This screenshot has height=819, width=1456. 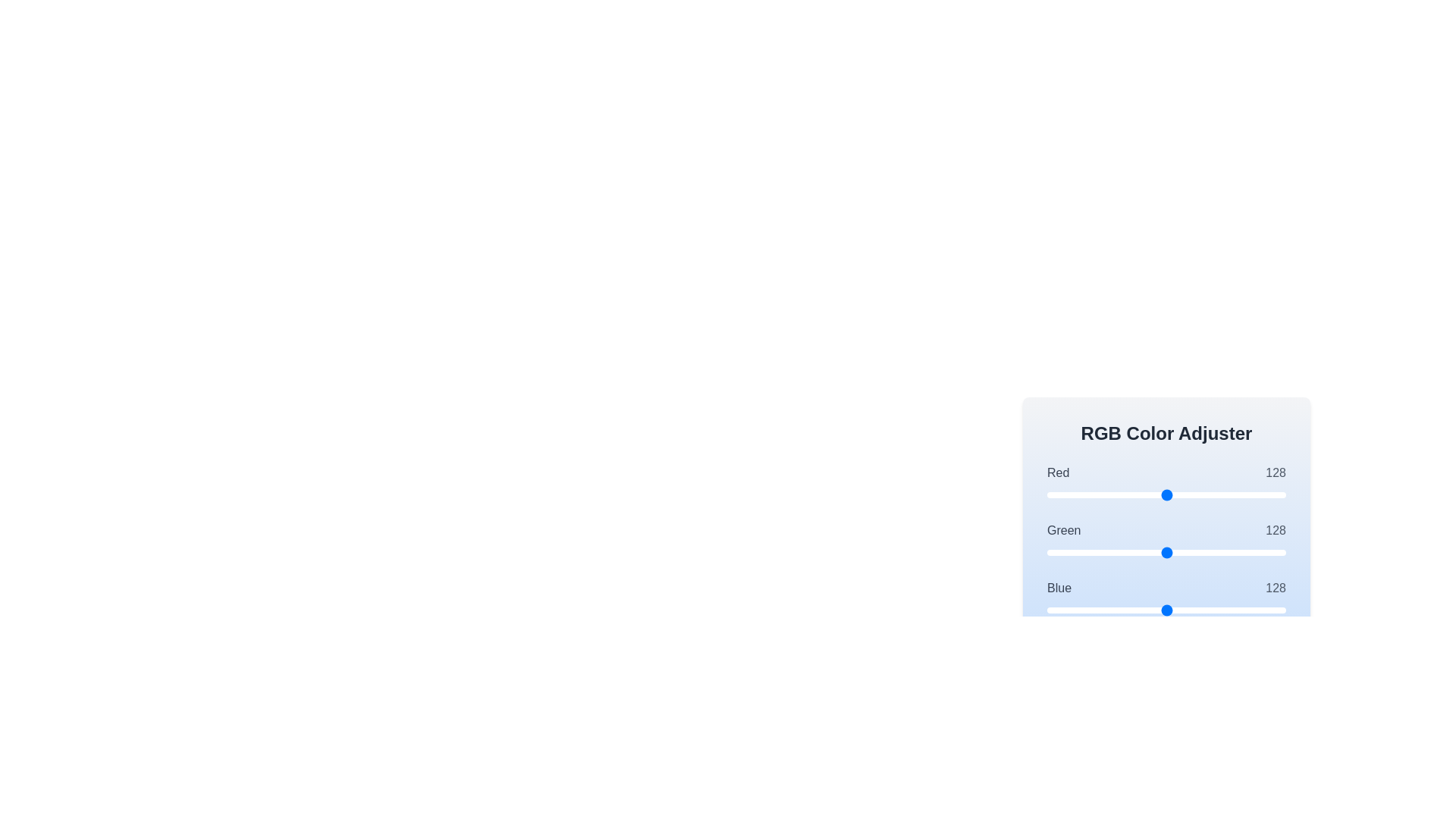 I want to click on the blue color slider to set its value to 129, so click(x=1167, y=610).